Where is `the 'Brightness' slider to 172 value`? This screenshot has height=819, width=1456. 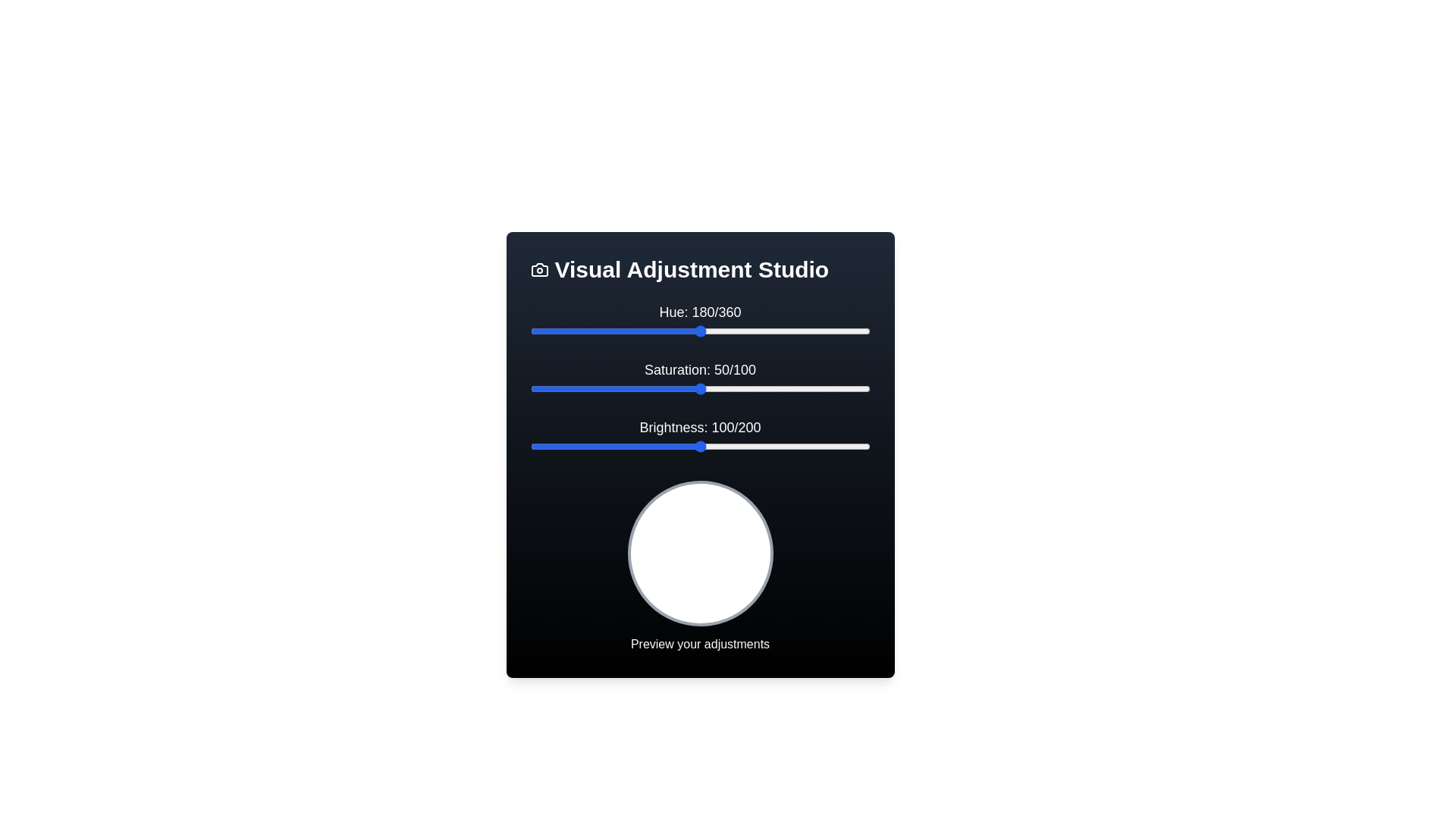 the 'Brightness' slider to 172 value is located at coordinates (821, 446).